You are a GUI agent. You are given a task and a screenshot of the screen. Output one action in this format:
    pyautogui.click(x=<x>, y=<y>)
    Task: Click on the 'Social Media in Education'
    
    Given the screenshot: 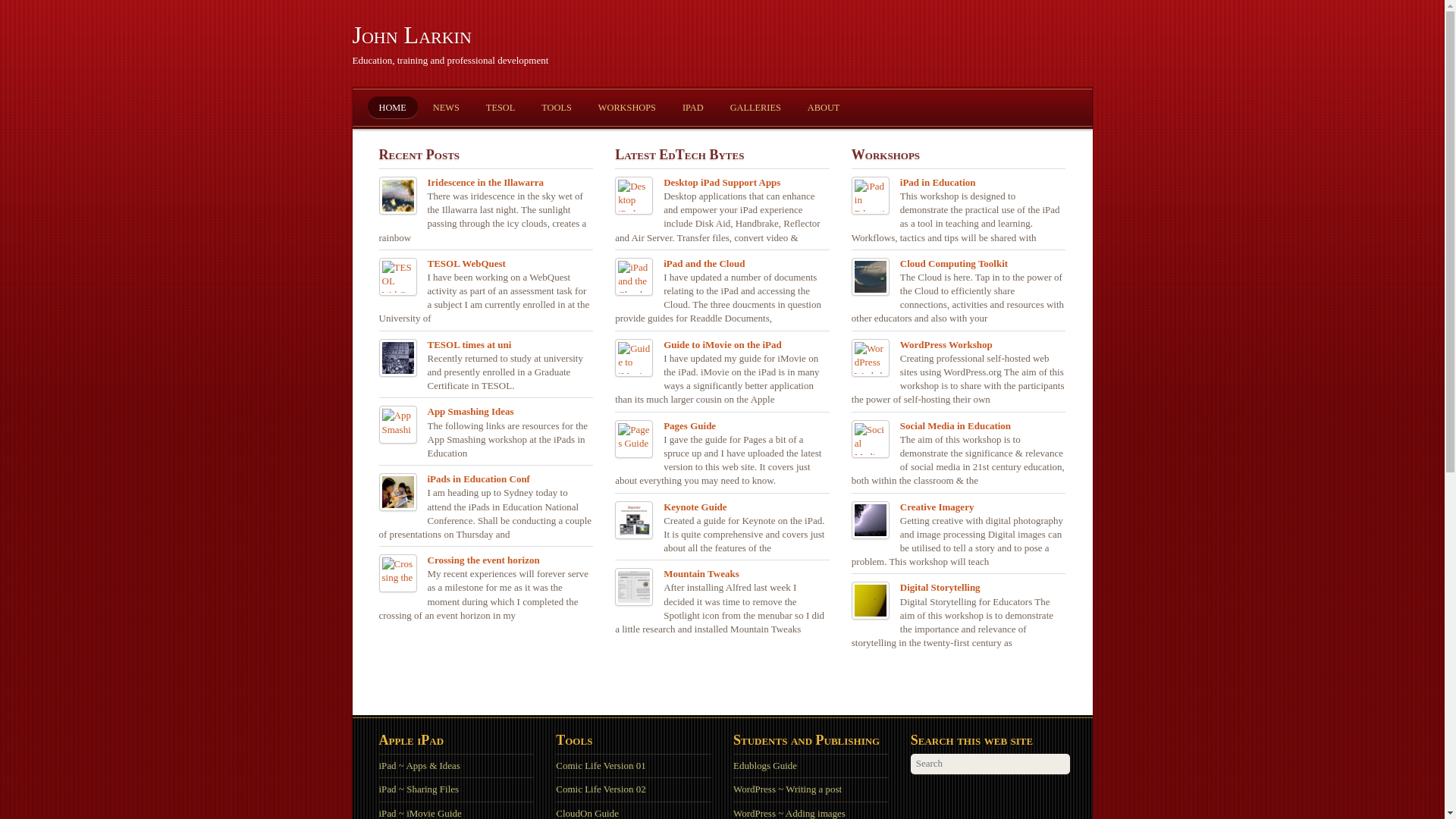 What is the action you would take?
    pyautogui.click(x=899, y=426)
    